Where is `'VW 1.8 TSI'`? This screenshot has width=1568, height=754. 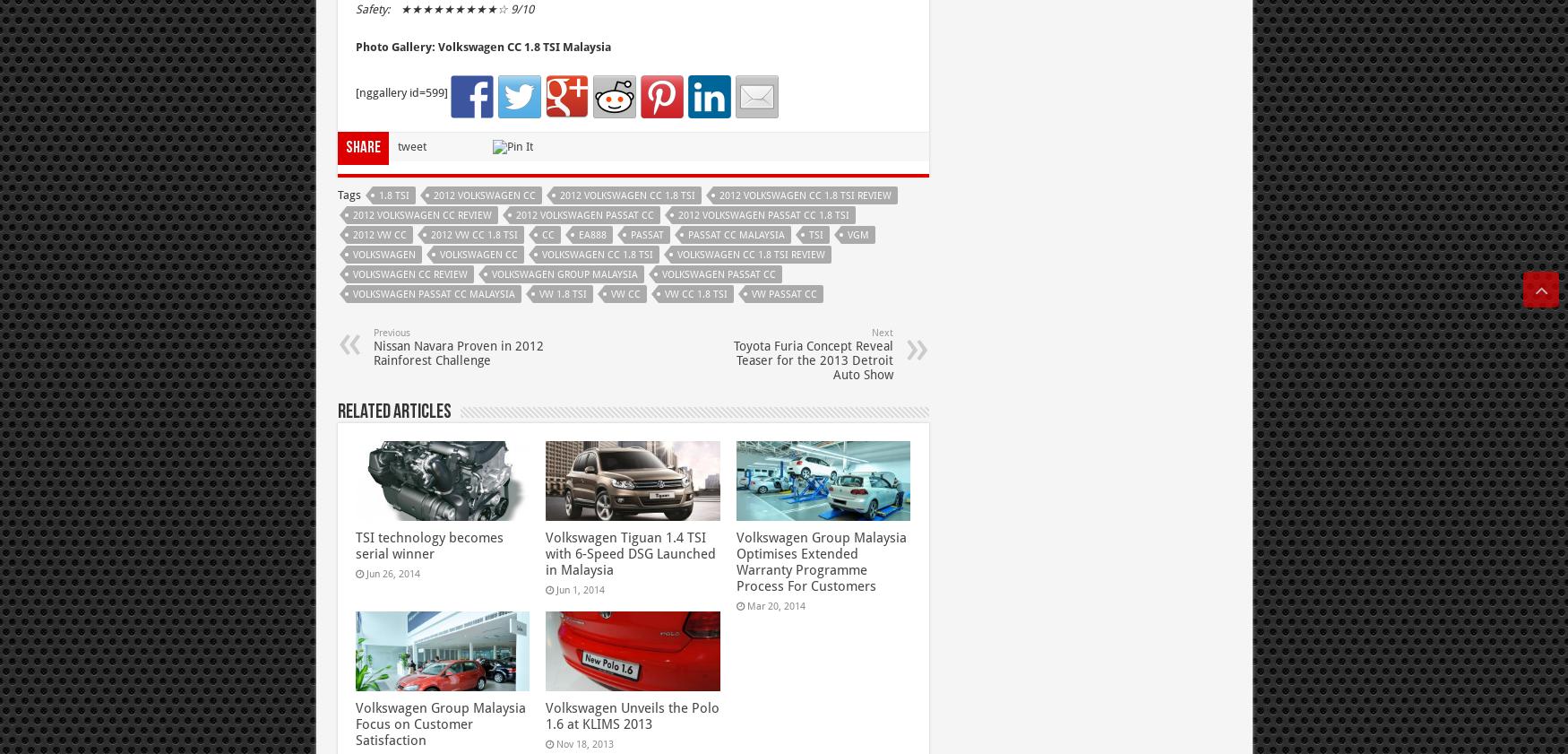 'VW 1.8 TSI' is located at coordinates (561, 292).